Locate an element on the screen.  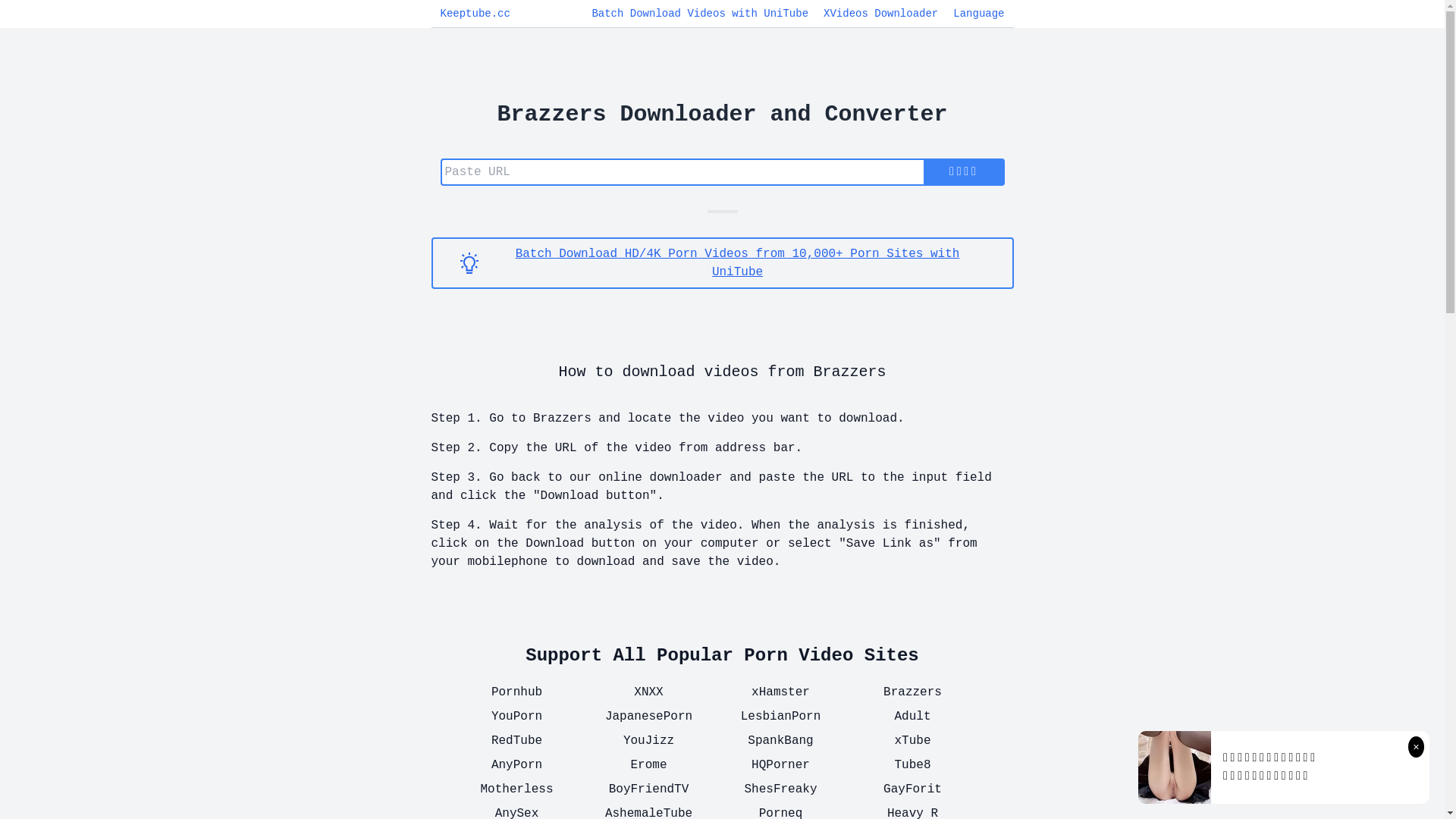
'YouJizz' is located at coordinates (648, 739).